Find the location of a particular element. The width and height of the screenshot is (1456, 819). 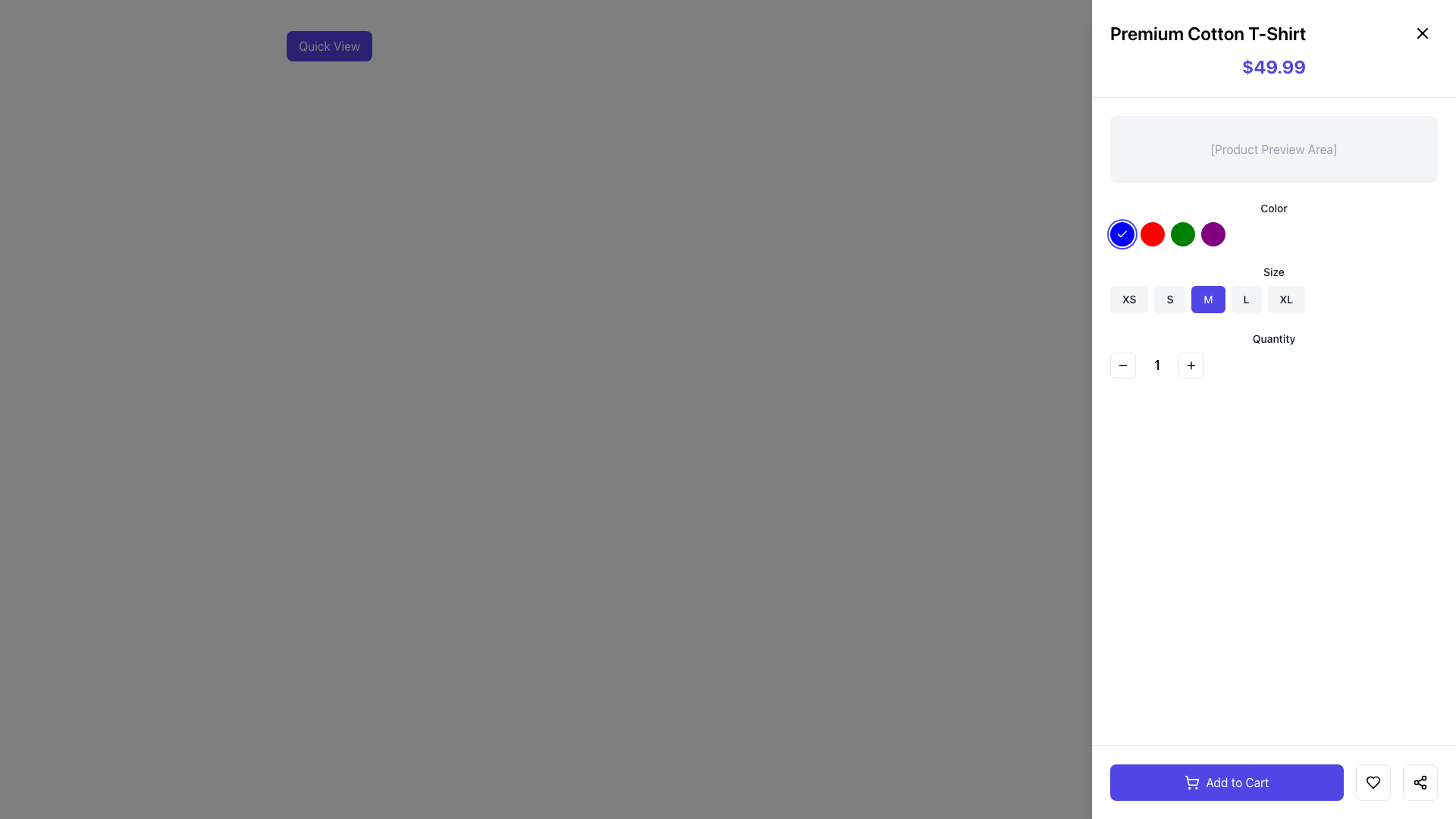

the medium-sized indigo button with white text displaying 'M' is located at coordinates (1207, 299).